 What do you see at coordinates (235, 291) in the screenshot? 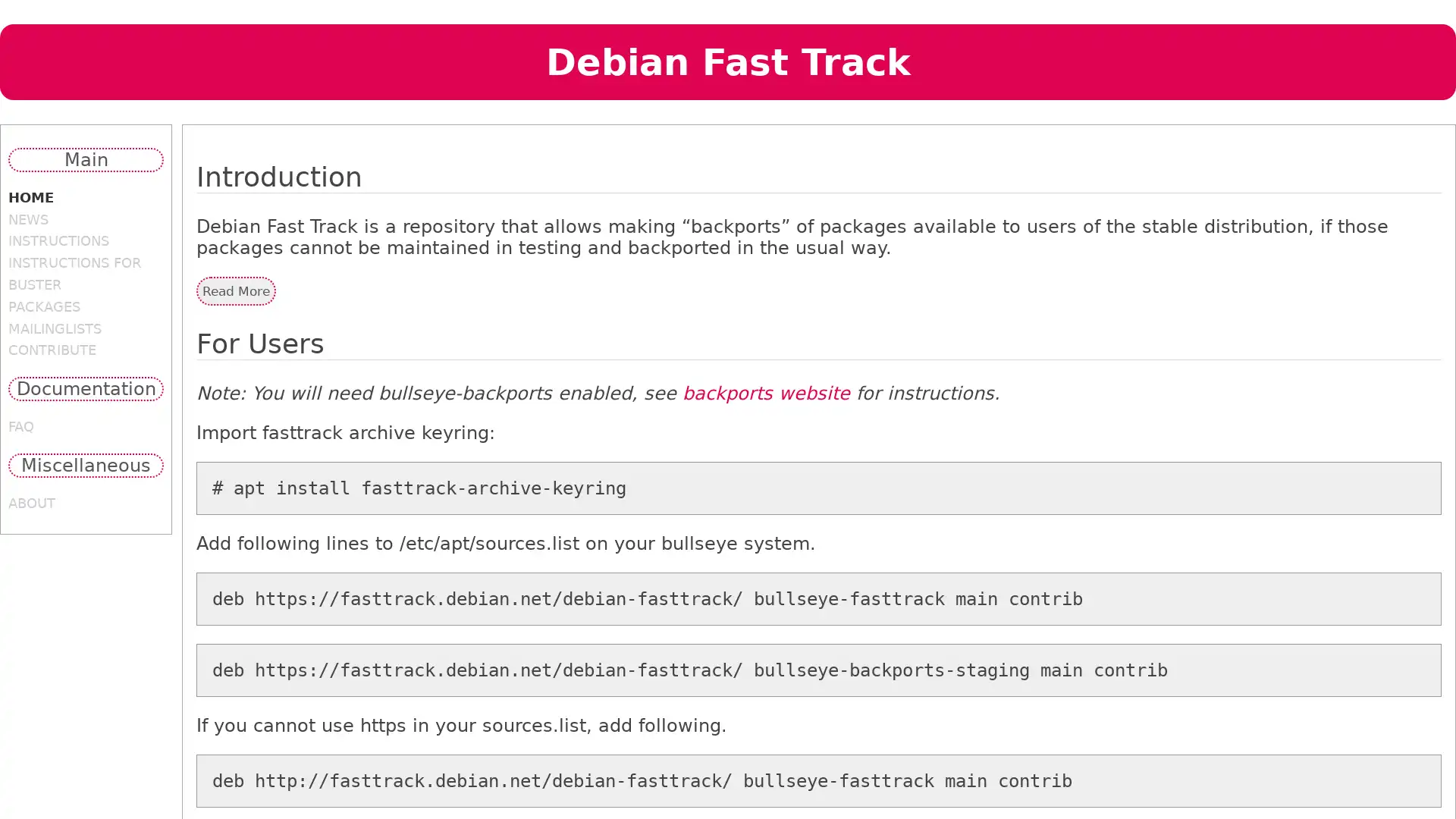
I see `Read More` at bounding box center [235, 291].